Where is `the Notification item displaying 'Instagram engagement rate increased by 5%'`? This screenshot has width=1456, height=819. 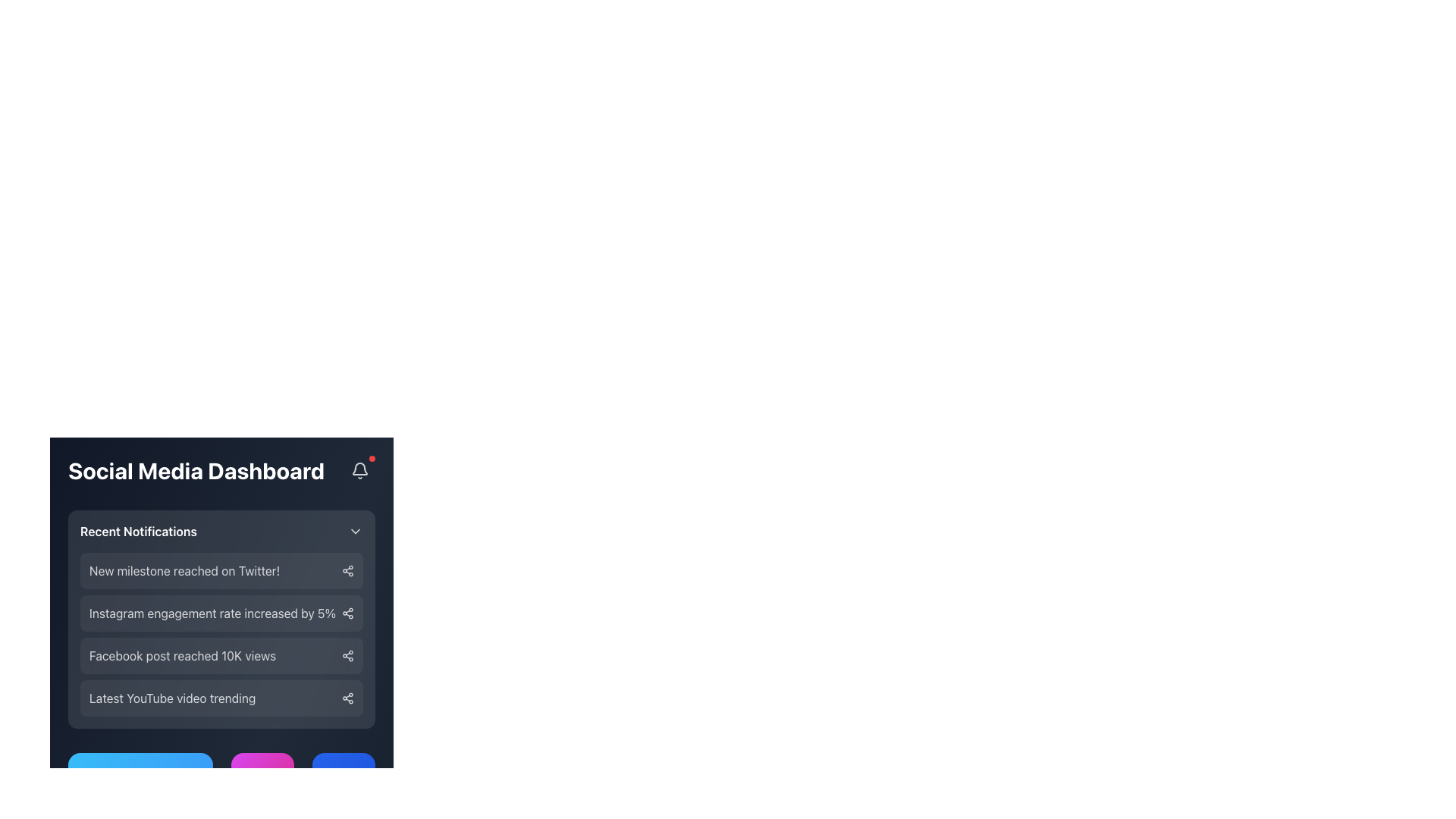
the Notification item displaying 'Instagram engagement rate increased by 5%' is located at coordinates (221, 635).